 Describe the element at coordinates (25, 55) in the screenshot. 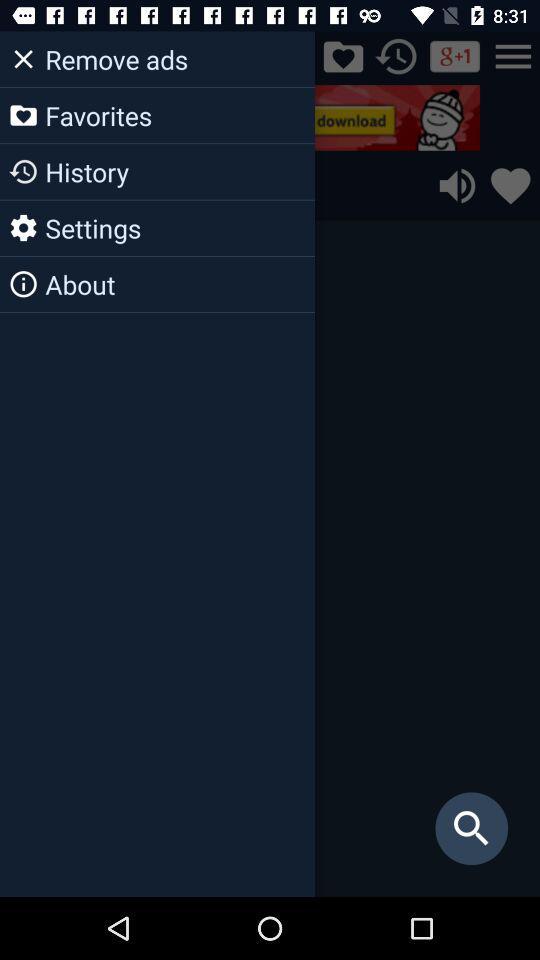

I see `the close icon` at that location.